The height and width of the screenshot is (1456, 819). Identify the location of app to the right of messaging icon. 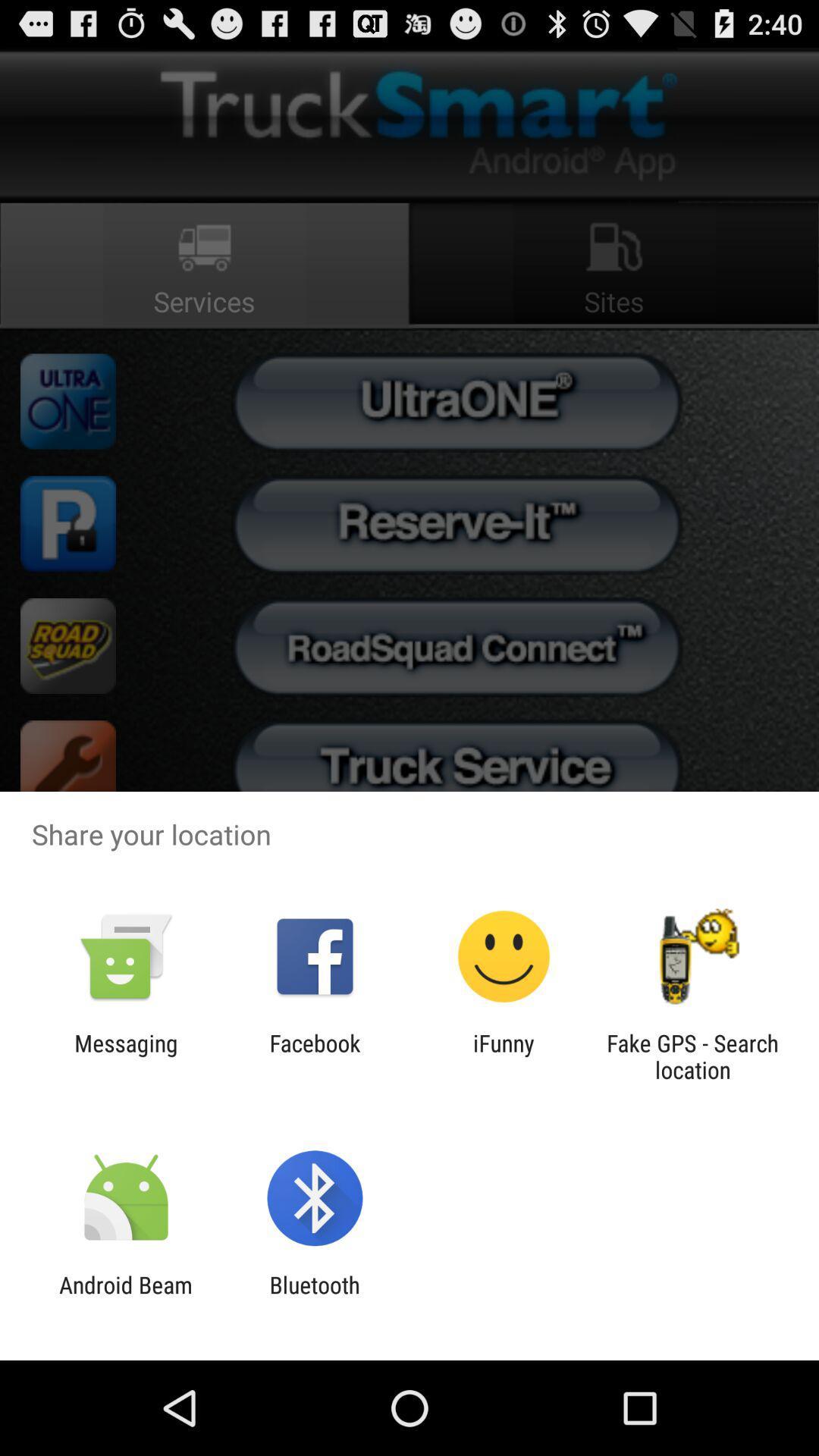
(314, 1056).